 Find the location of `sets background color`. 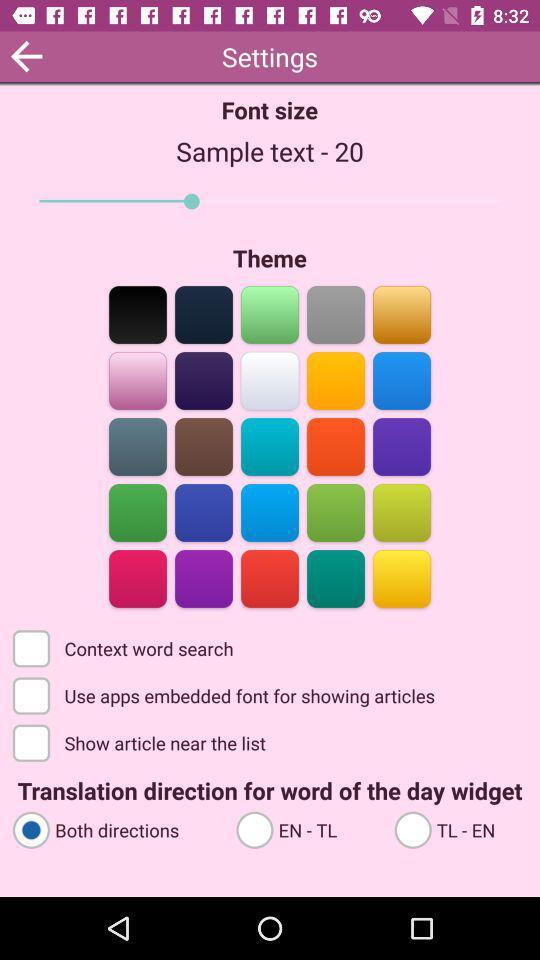

sets background color is located at coordinates (335, 445).